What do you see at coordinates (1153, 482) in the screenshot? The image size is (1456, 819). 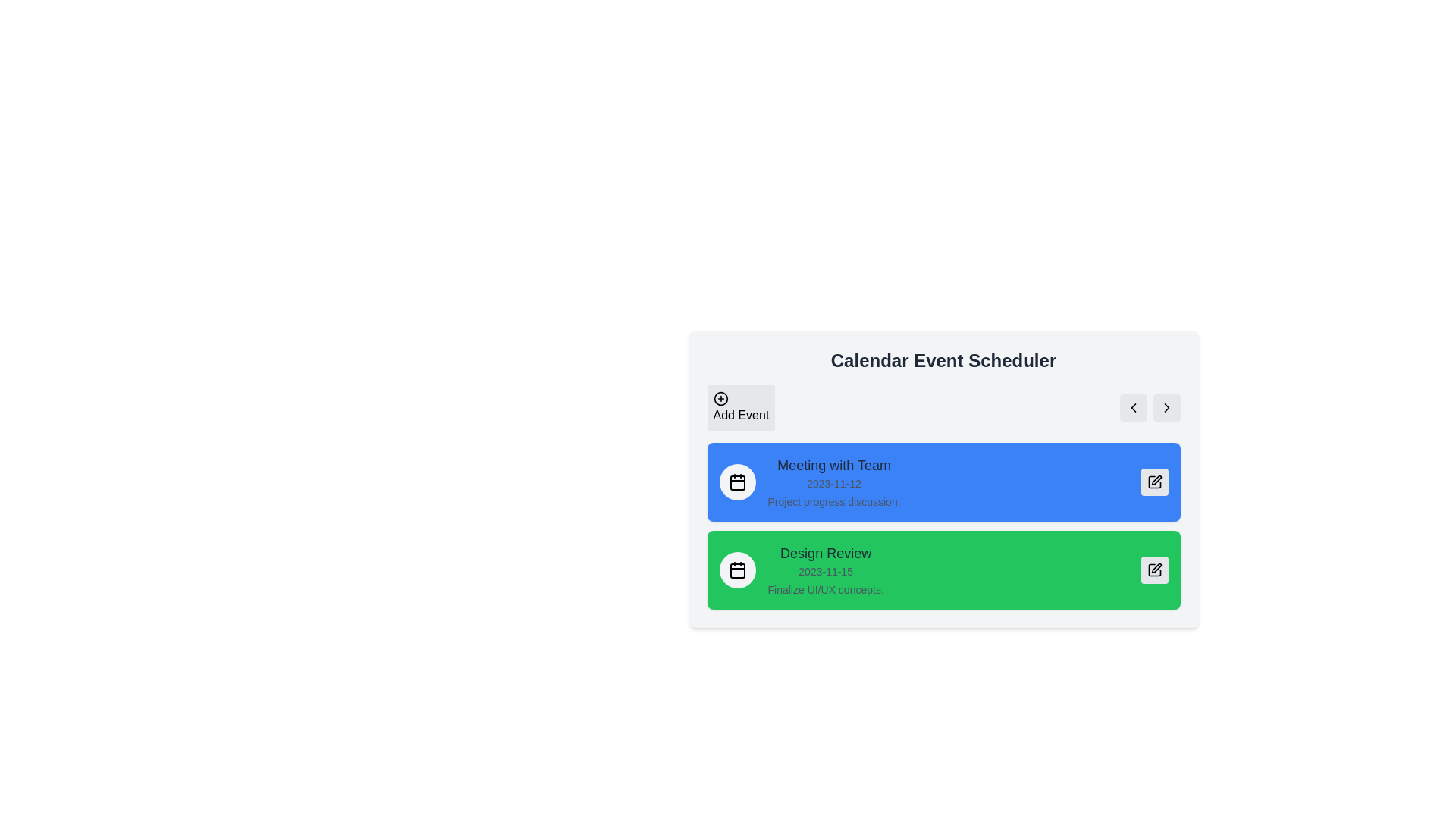 I see `the edit icon located at the top-right corner of the blue card labeled 'Meeting with Team'` at bounding box center [1153, 482].